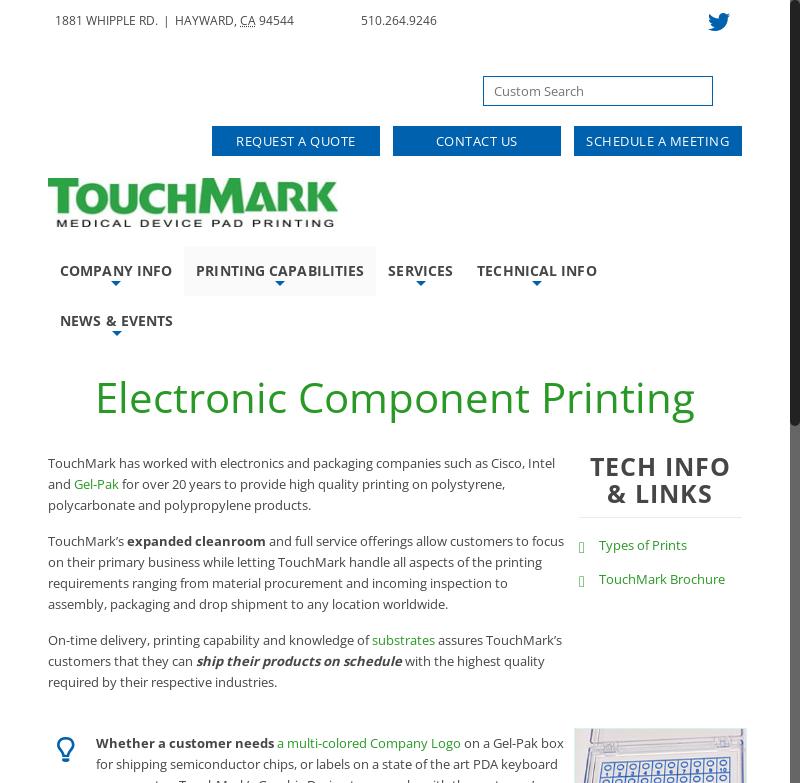 Image resolution: width=800 pixels, height=783 pixels. I want to click on '510.264.9246', so click(398, 20).